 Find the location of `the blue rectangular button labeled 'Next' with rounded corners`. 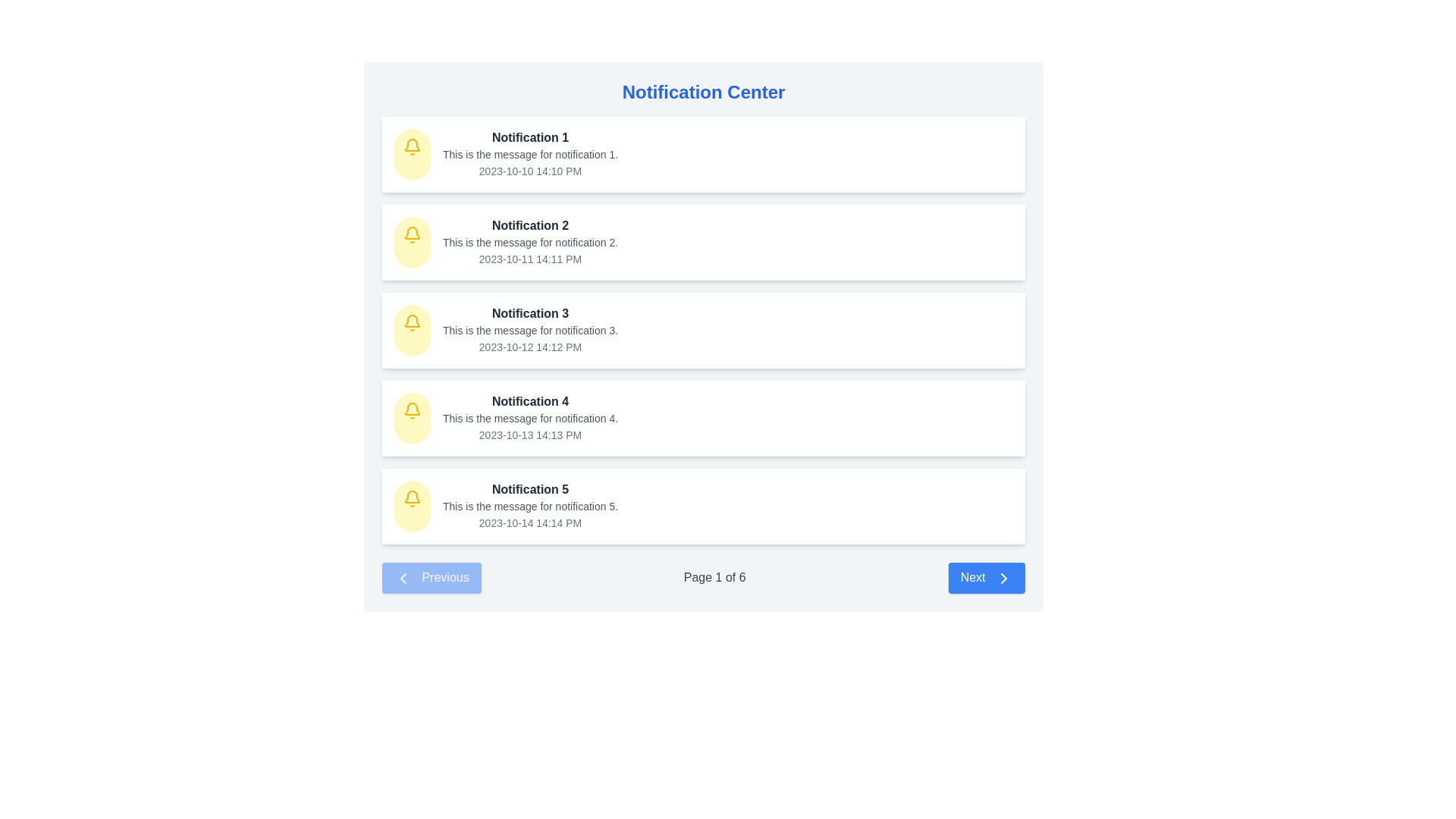

the blue rectangular button labeled 'Next' with rounded corners is located at coordinates (987, 578).